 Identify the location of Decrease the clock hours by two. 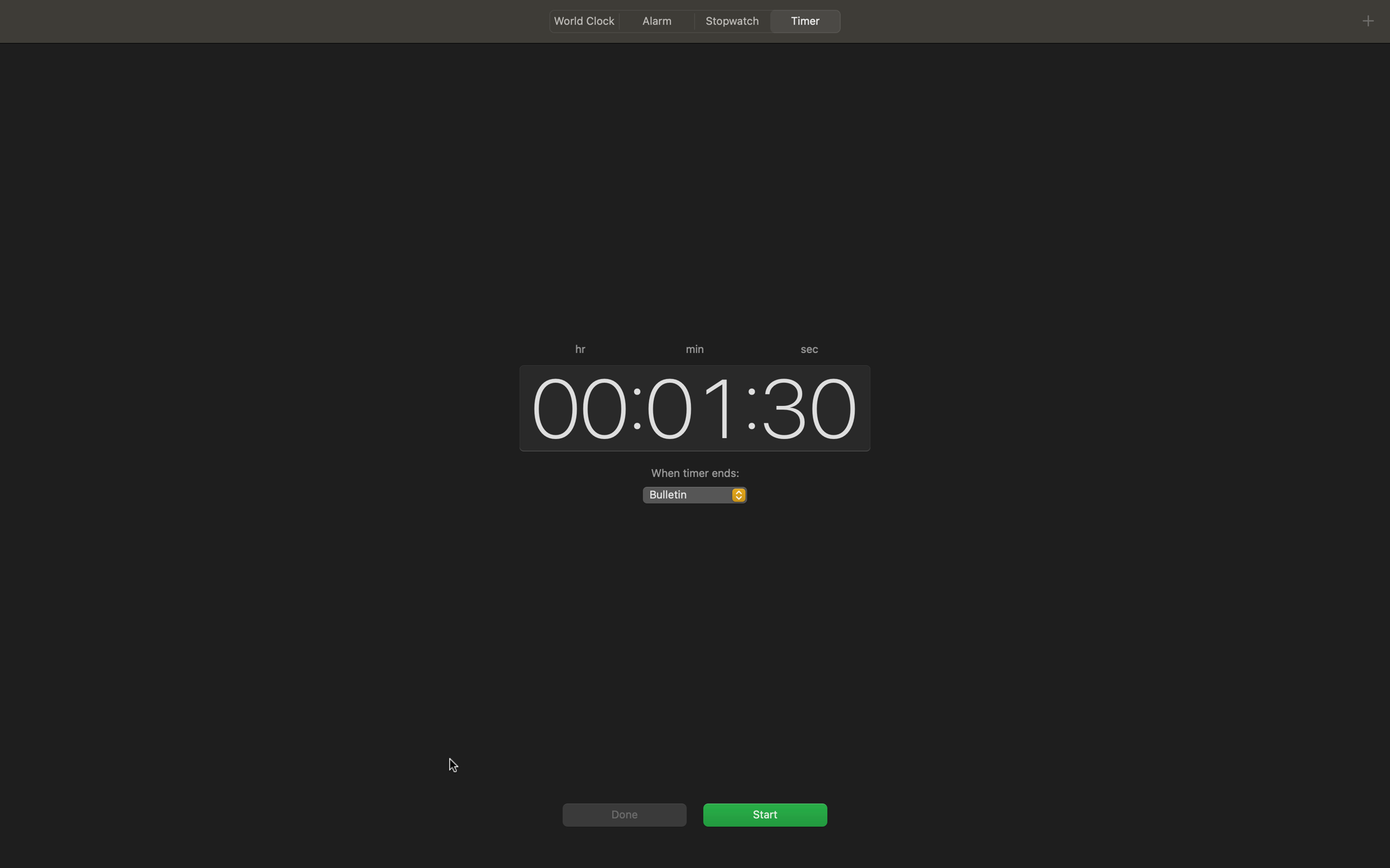
(574, 406).